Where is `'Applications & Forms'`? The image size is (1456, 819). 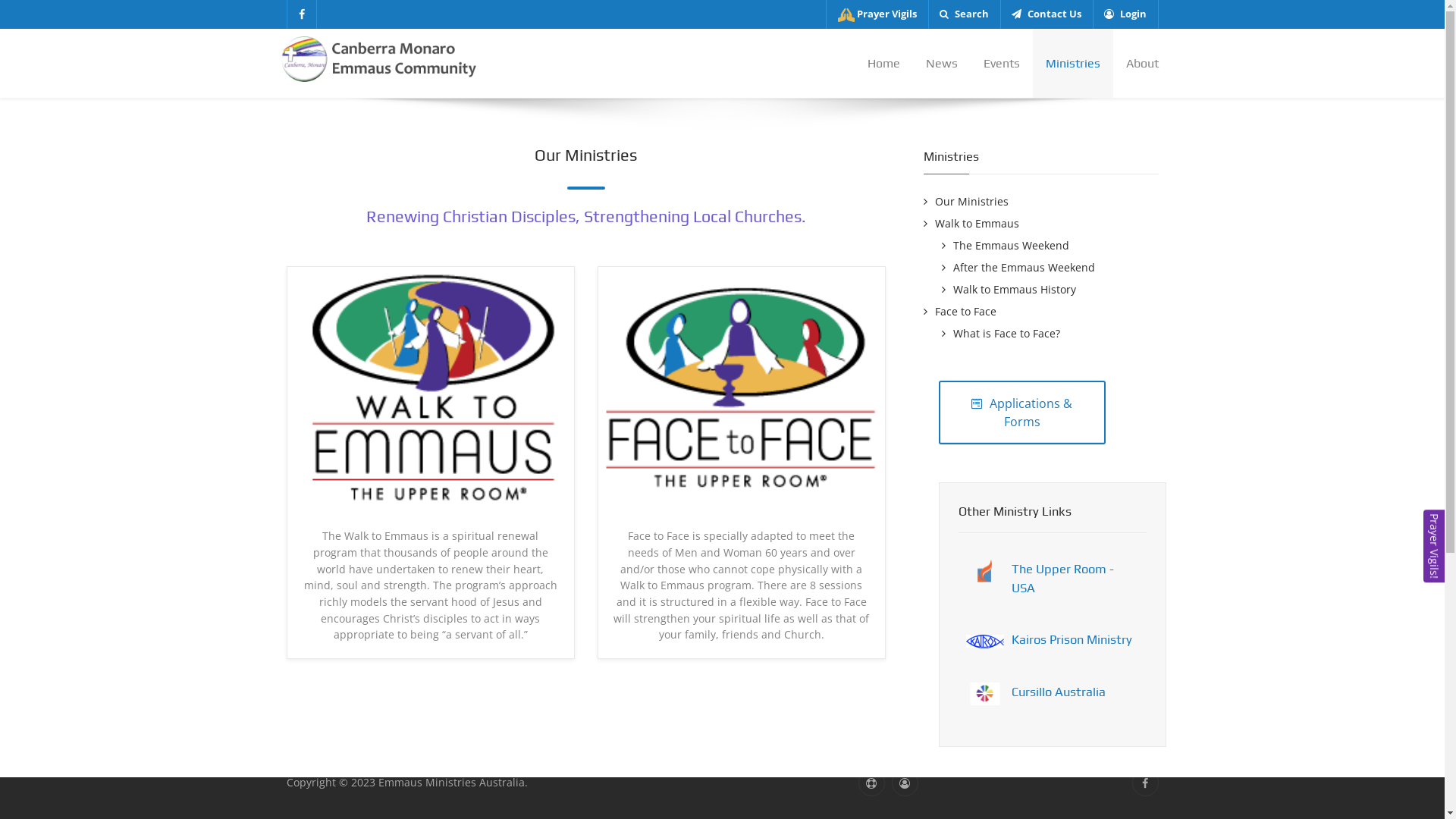 'Applications & Forms' is located at coordinates (1022, 412).